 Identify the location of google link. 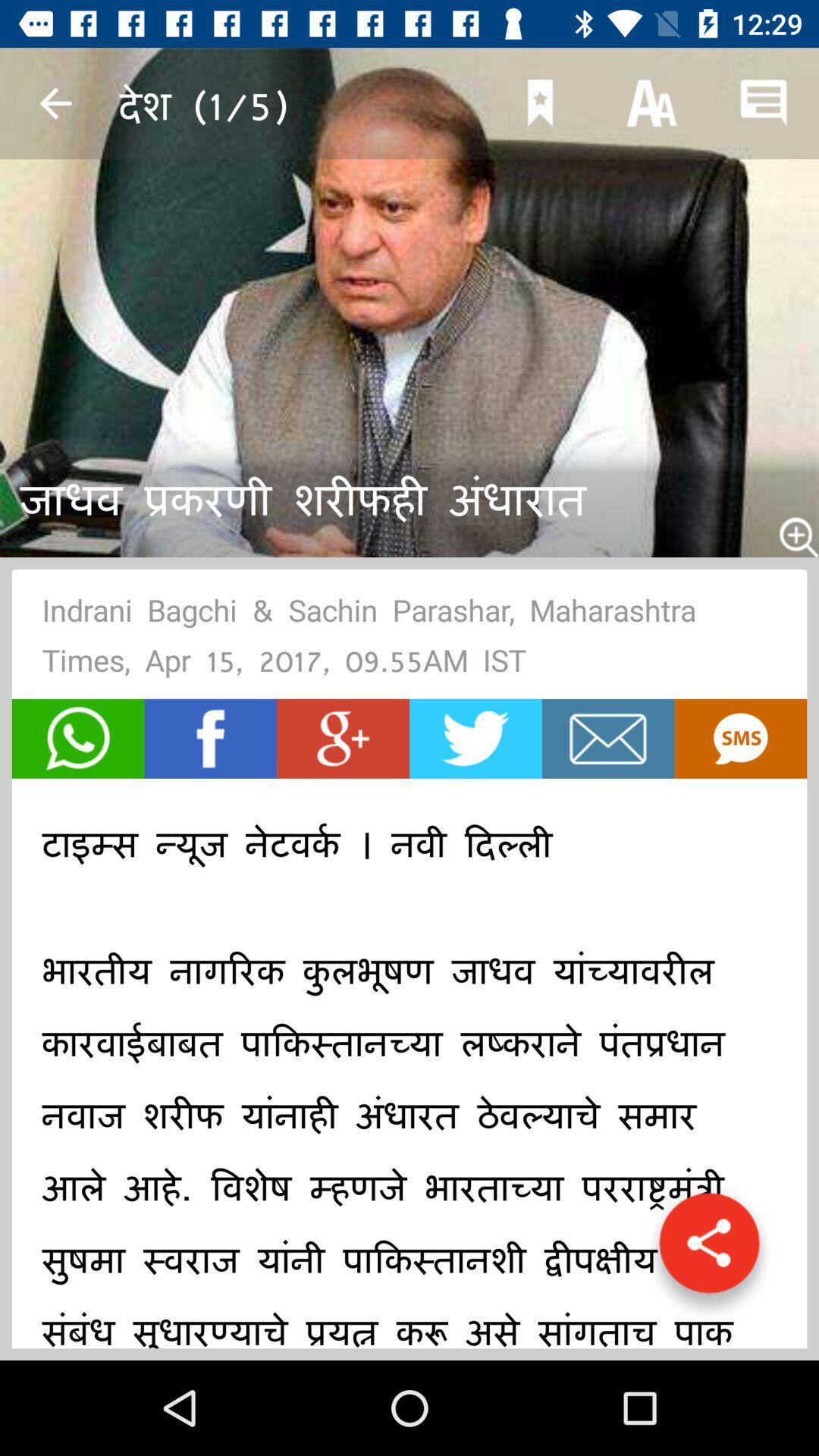
(343, 739).